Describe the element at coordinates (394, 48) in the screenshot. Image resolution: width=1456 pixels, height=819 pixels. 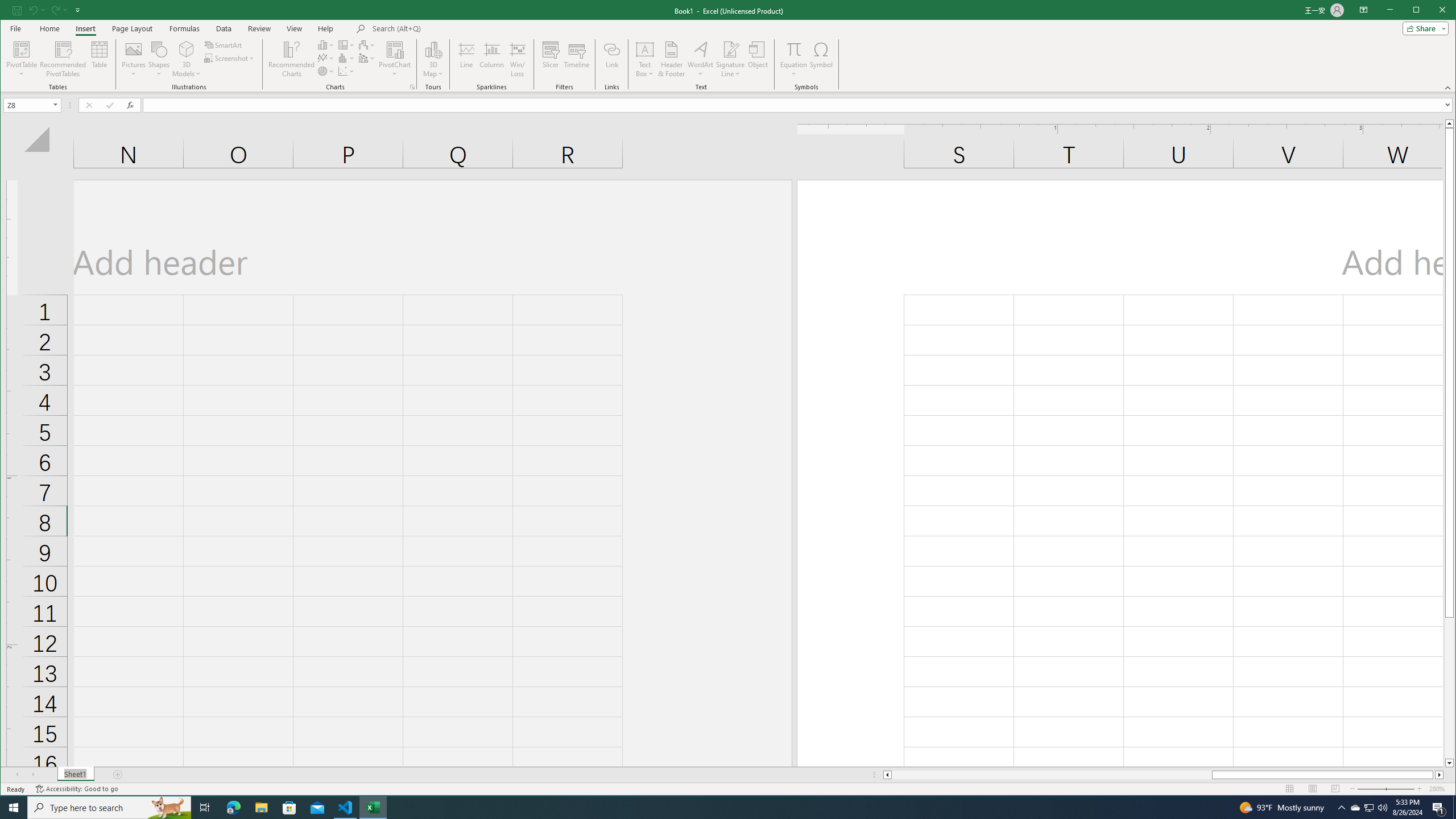
I see `'PivotChart'` at that location.